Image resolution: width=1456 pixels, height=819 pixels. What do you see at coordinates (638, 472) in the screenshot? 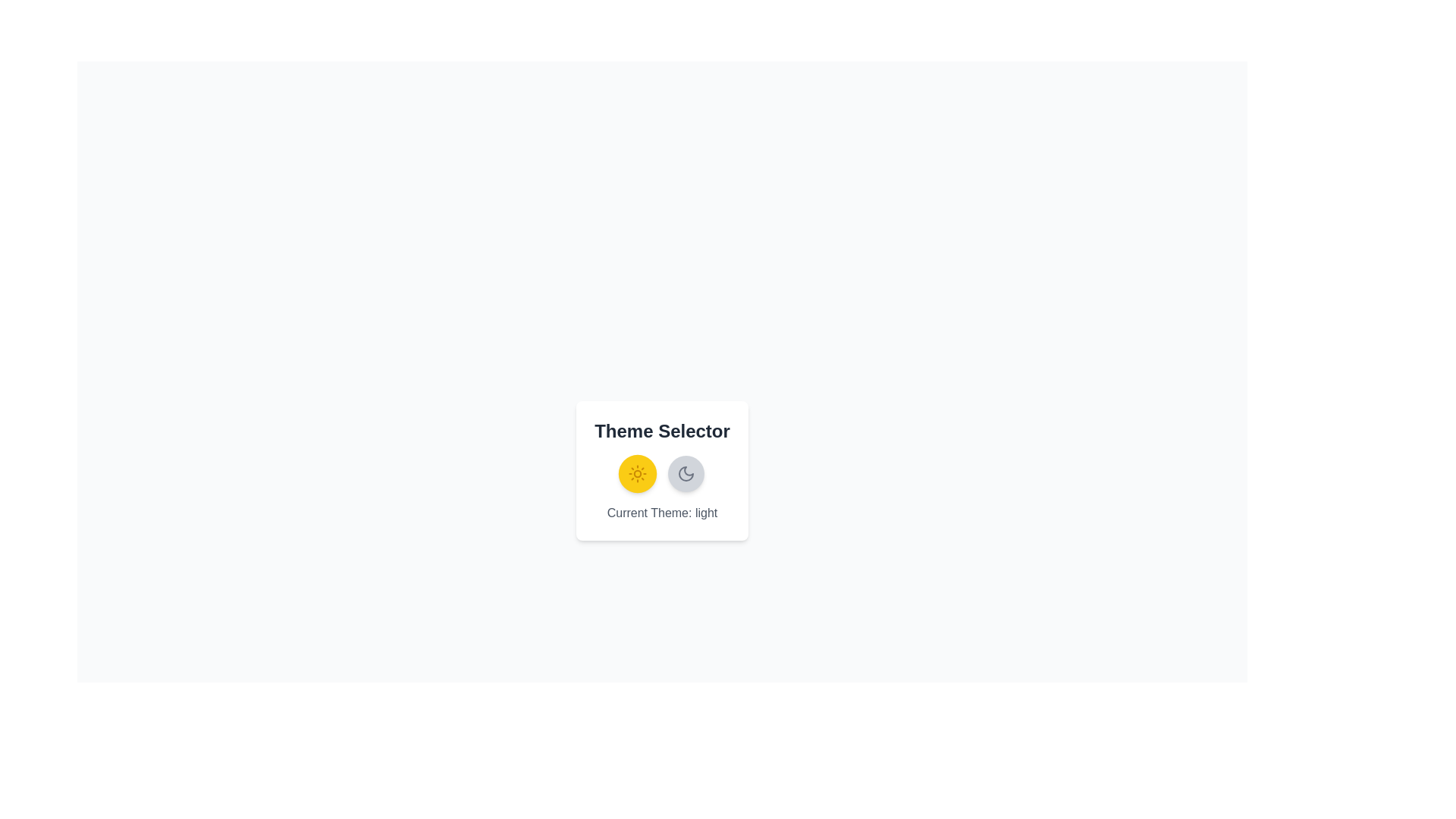
I see `the button to toggle the theme to light` at bounding box center [638, 472].